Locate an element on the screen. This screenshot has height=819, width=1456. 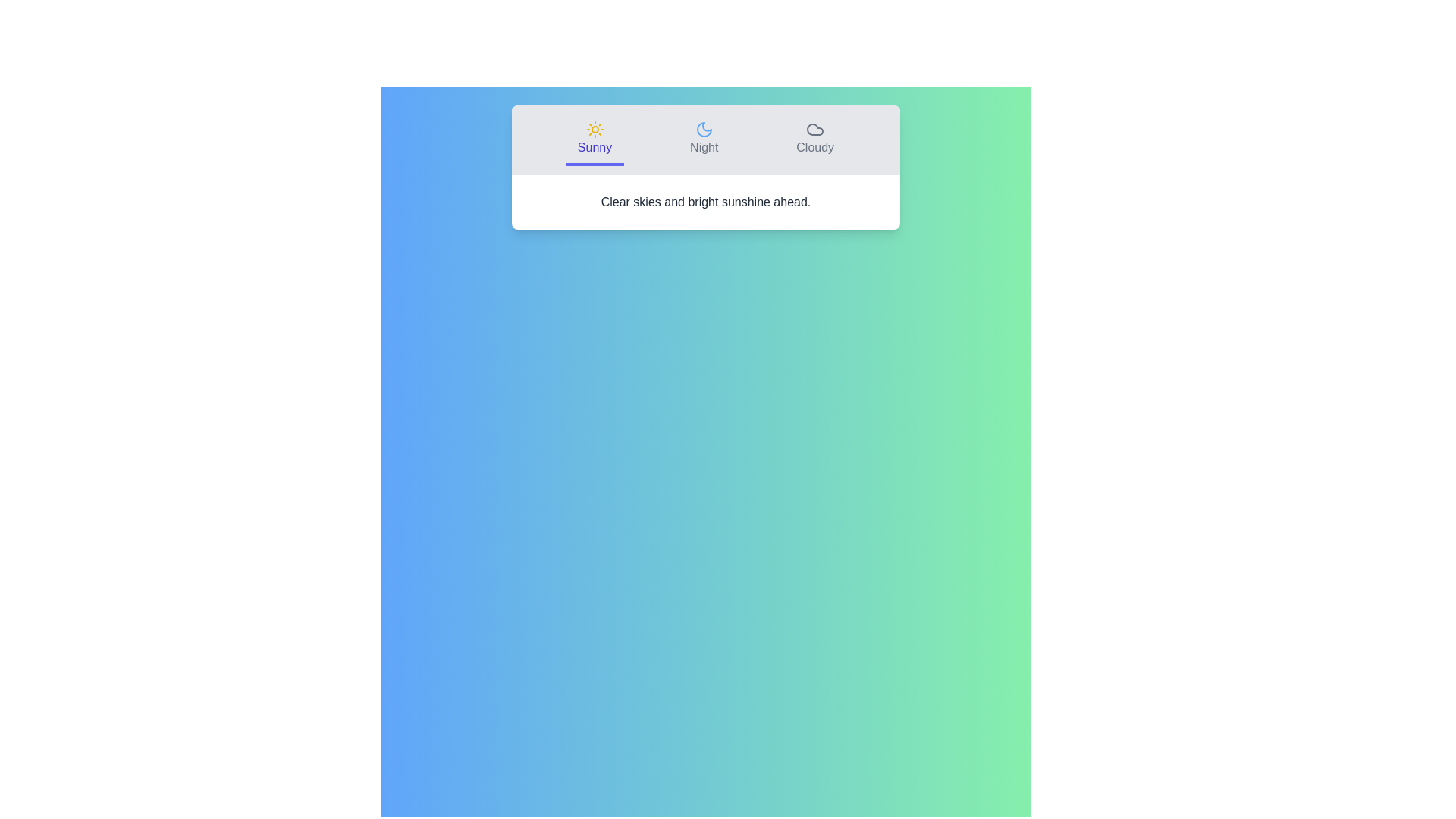
the Cloudy tab to select it is located at coordinates (814, 140).